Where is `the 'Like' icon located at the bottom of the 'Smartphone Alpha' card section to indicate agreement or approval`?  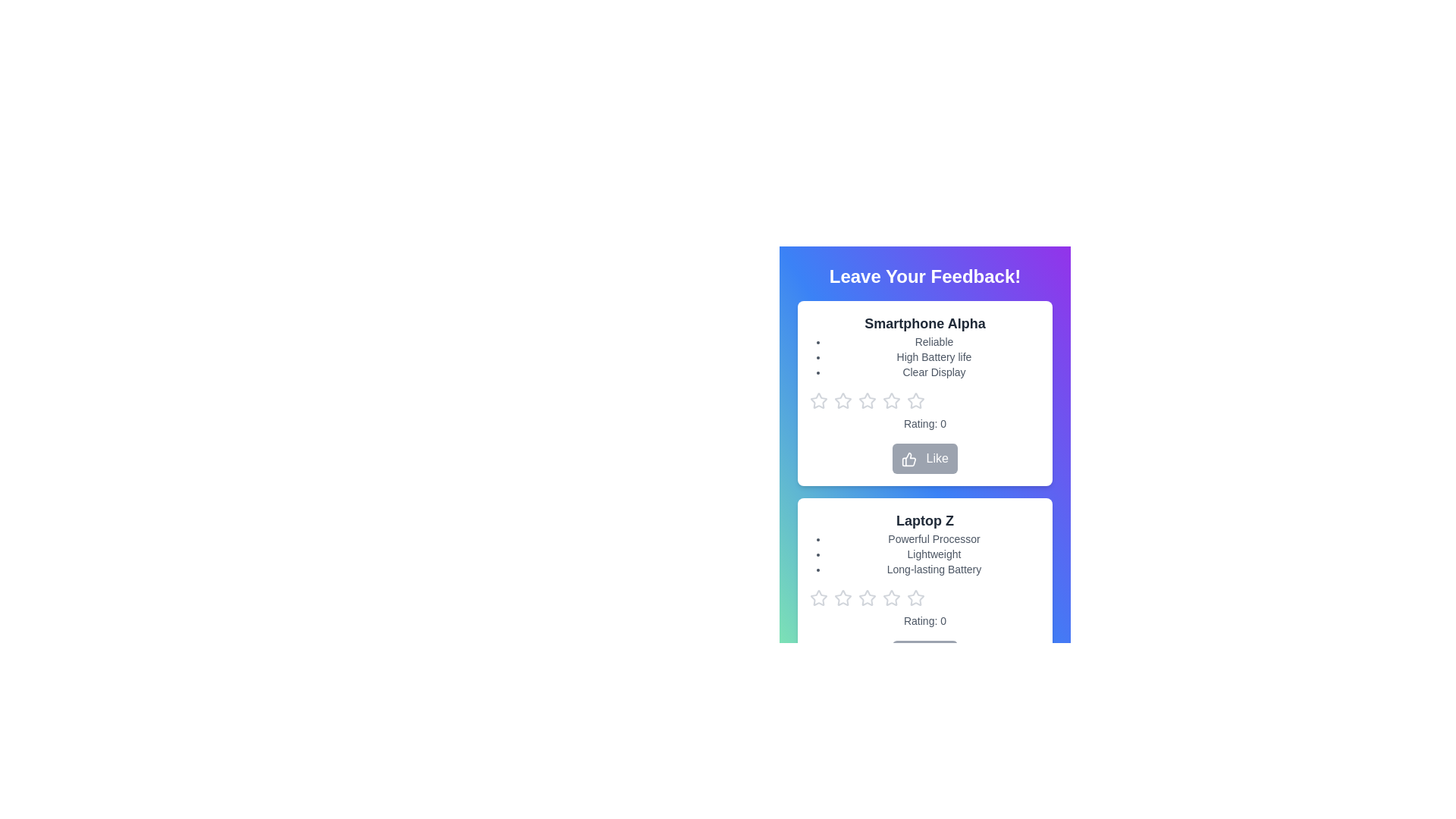
the 'Like' icon located at the bottom of the 'Smartphone Alpha' card section to indicate agreement or approval is located at coordinates (909, 458).